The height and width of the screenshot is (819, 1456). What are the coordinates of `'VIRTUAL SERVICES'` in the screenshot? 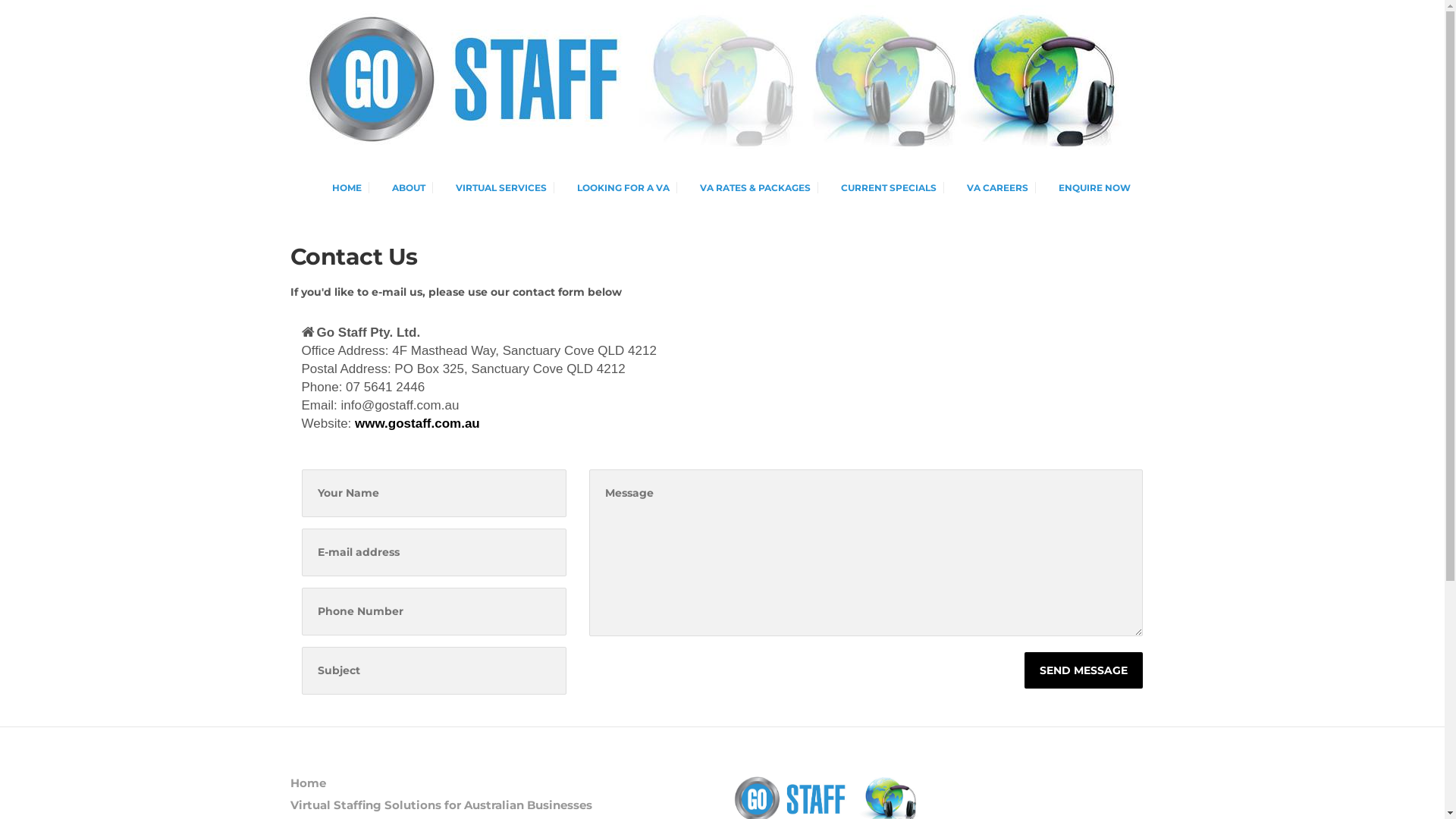 It's located at (494, 187).